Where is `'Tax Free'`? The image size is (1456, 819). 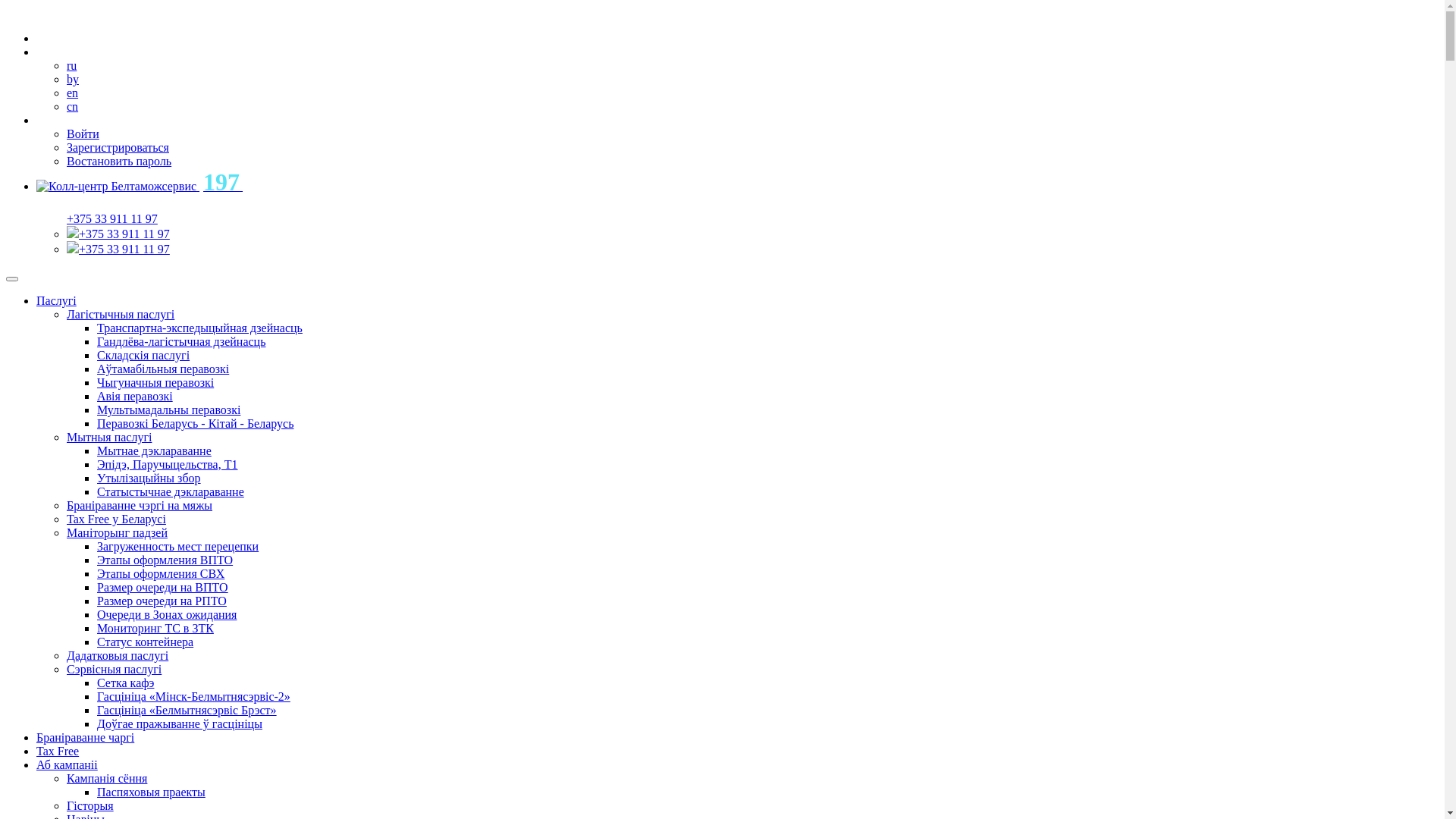 'Tax Free' is located at coordinates (58, 751).